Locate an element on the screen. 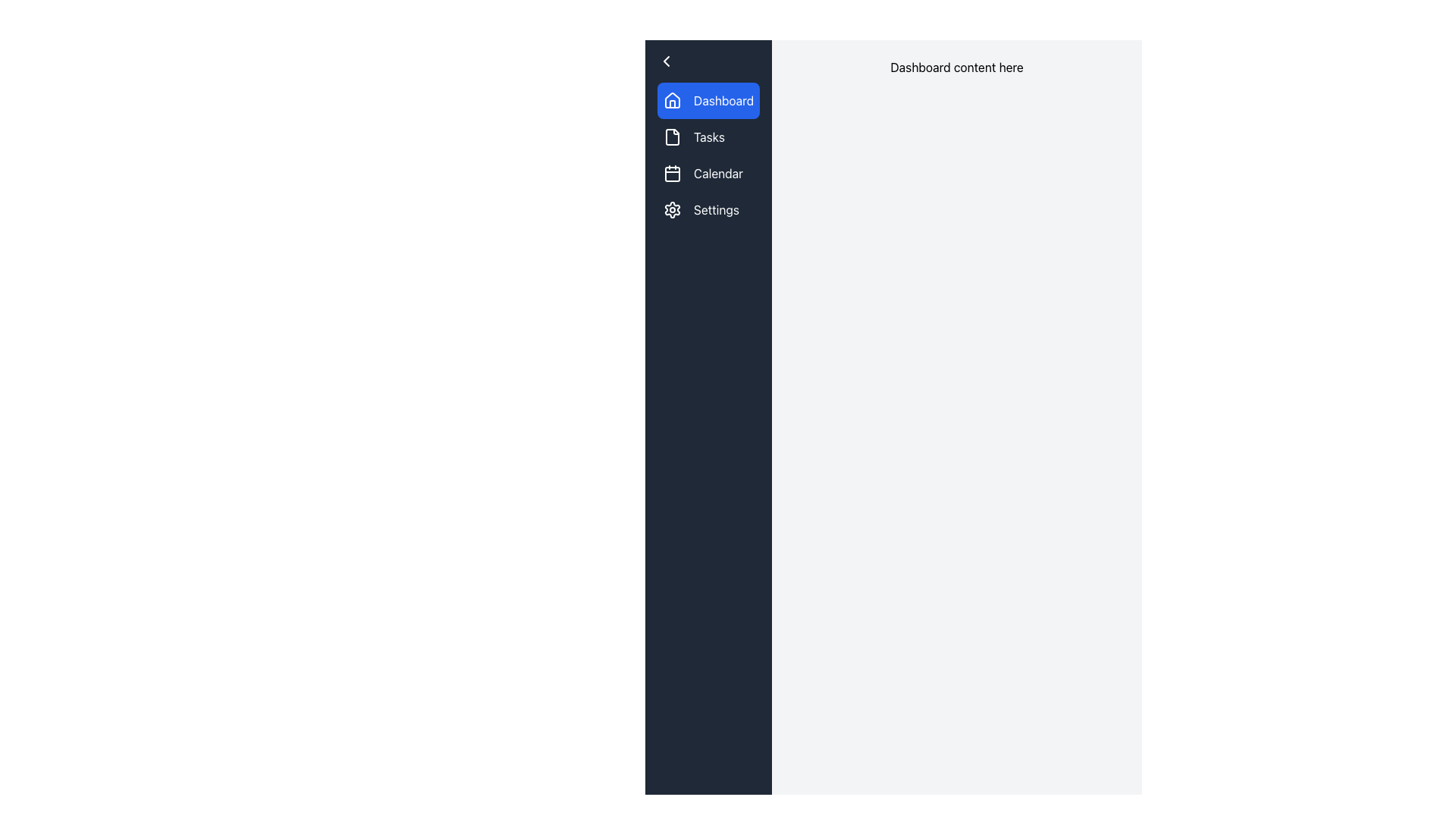 Image resolution: width=1456 pixels, height=819 pixels. the Calendar menu item in the left sidebar is located at coordinates (672, 172).